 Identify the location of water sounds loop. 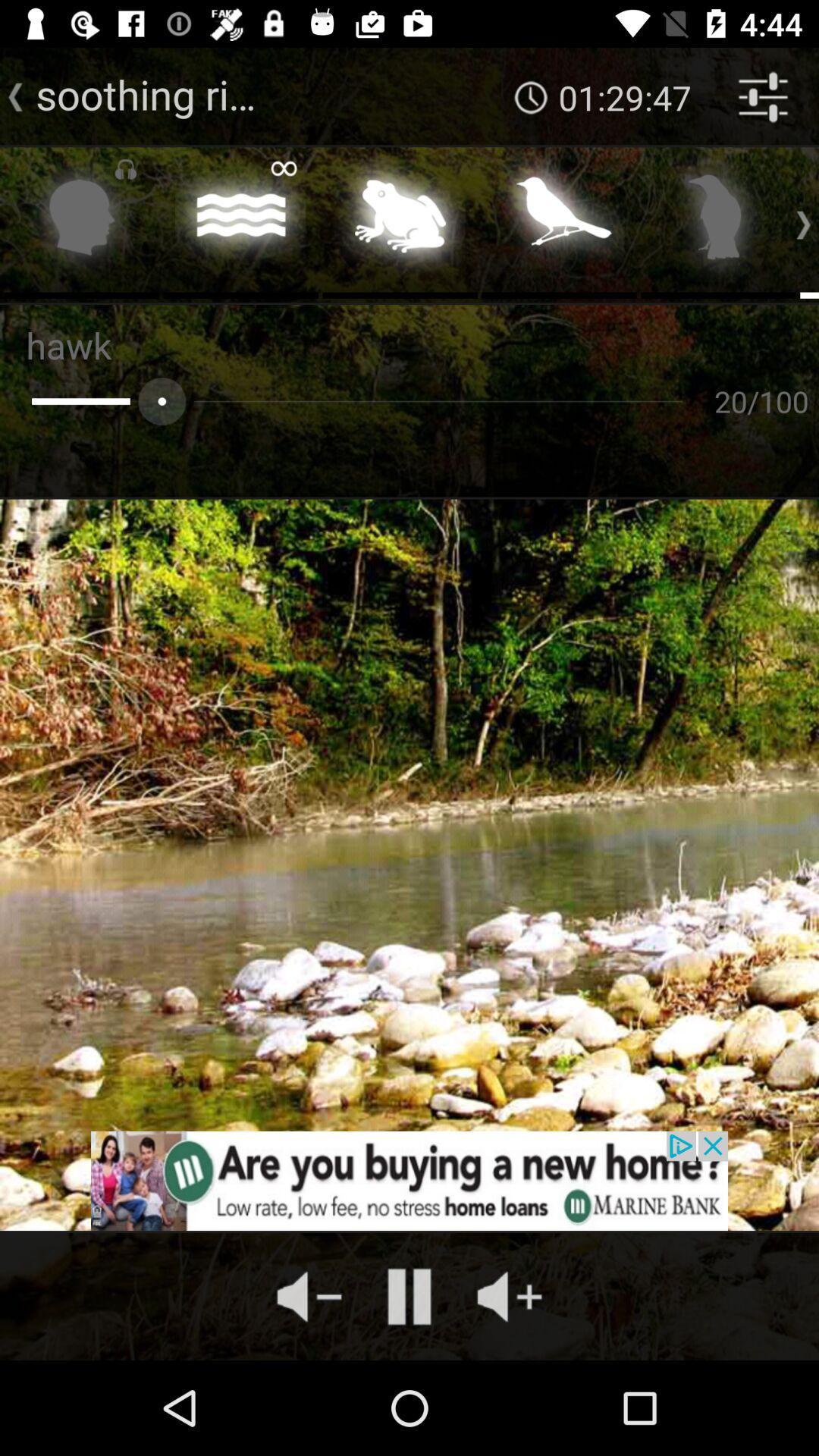
(240, 221).